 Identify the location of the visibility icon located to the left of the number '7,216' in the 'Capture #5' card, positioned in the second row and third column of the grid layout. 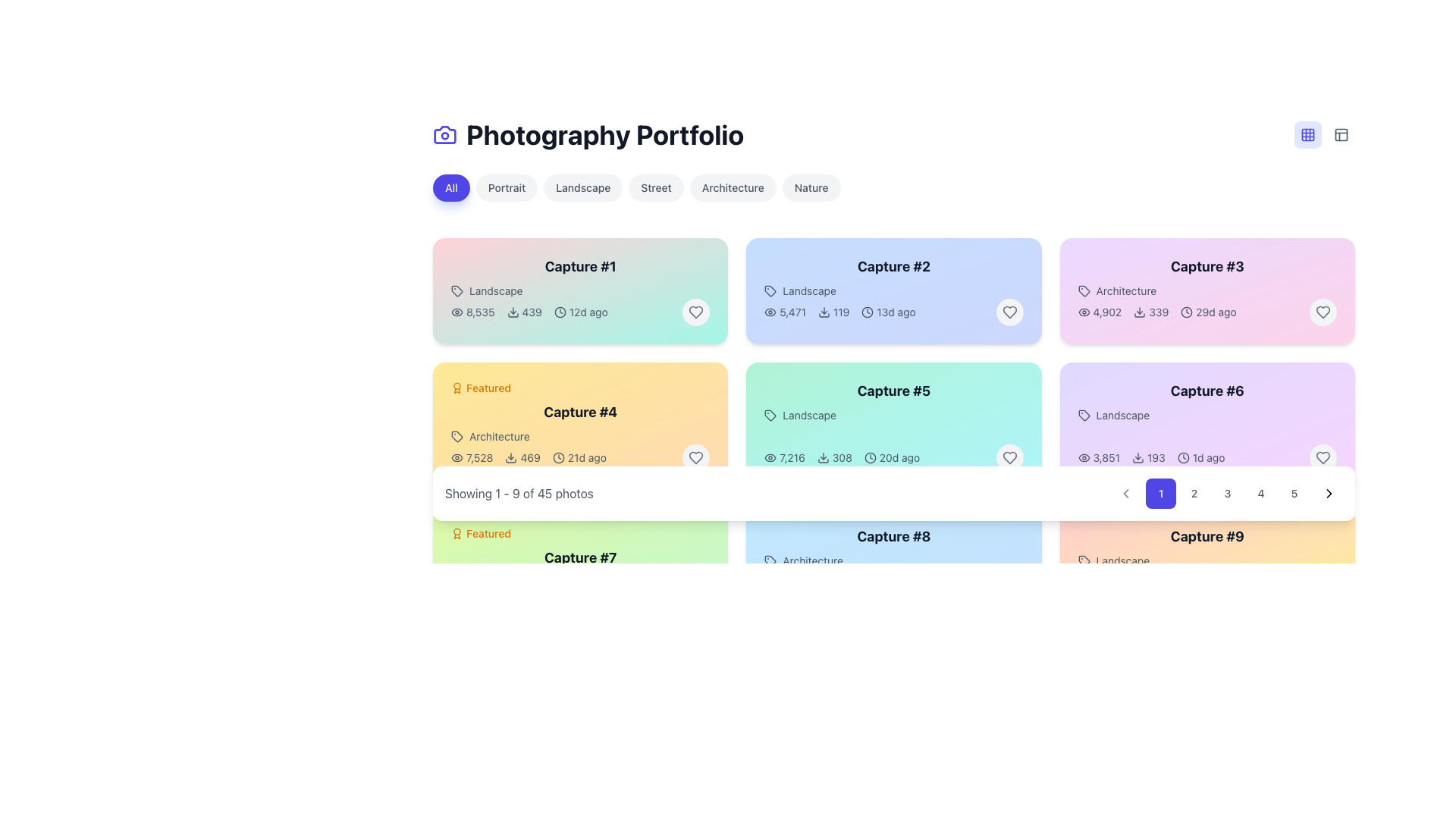
(770, 457).